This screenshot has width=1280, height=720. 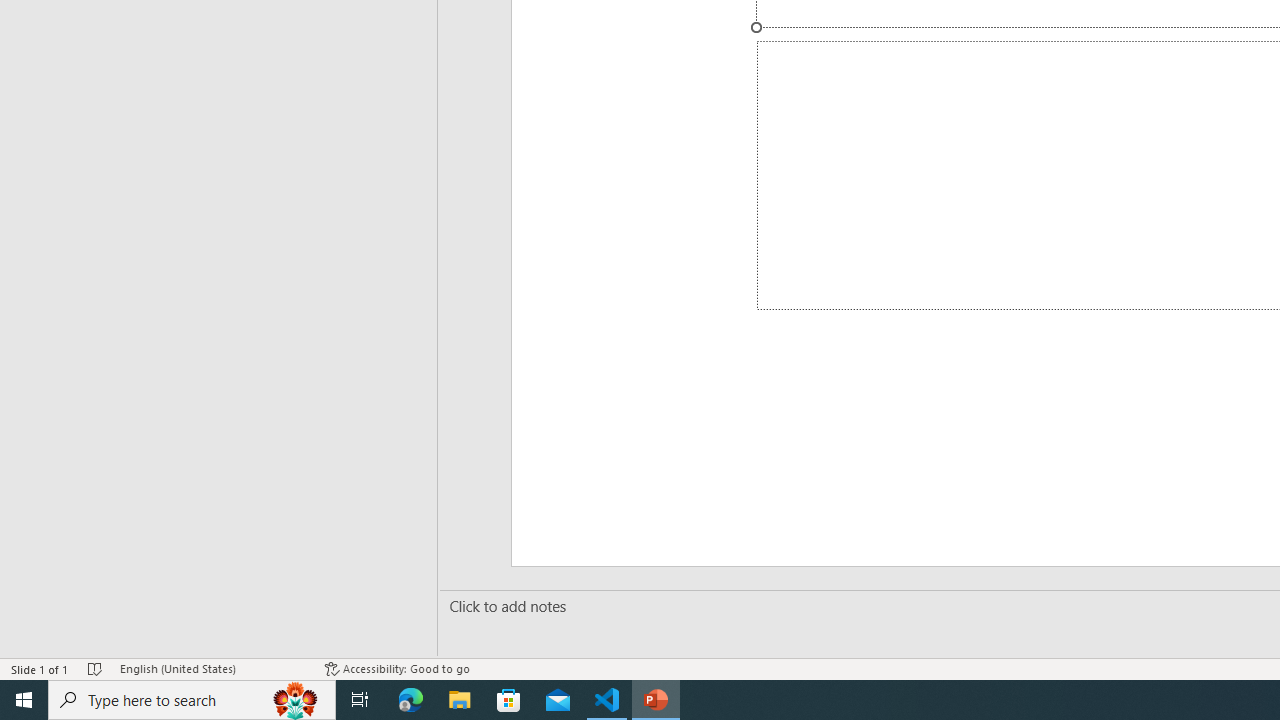 What do you see at coordinates (397, 669) in the screenshot?
I see `'Accessibility Checker Accessibility: Good to go'` at bounding box center [397, 669].